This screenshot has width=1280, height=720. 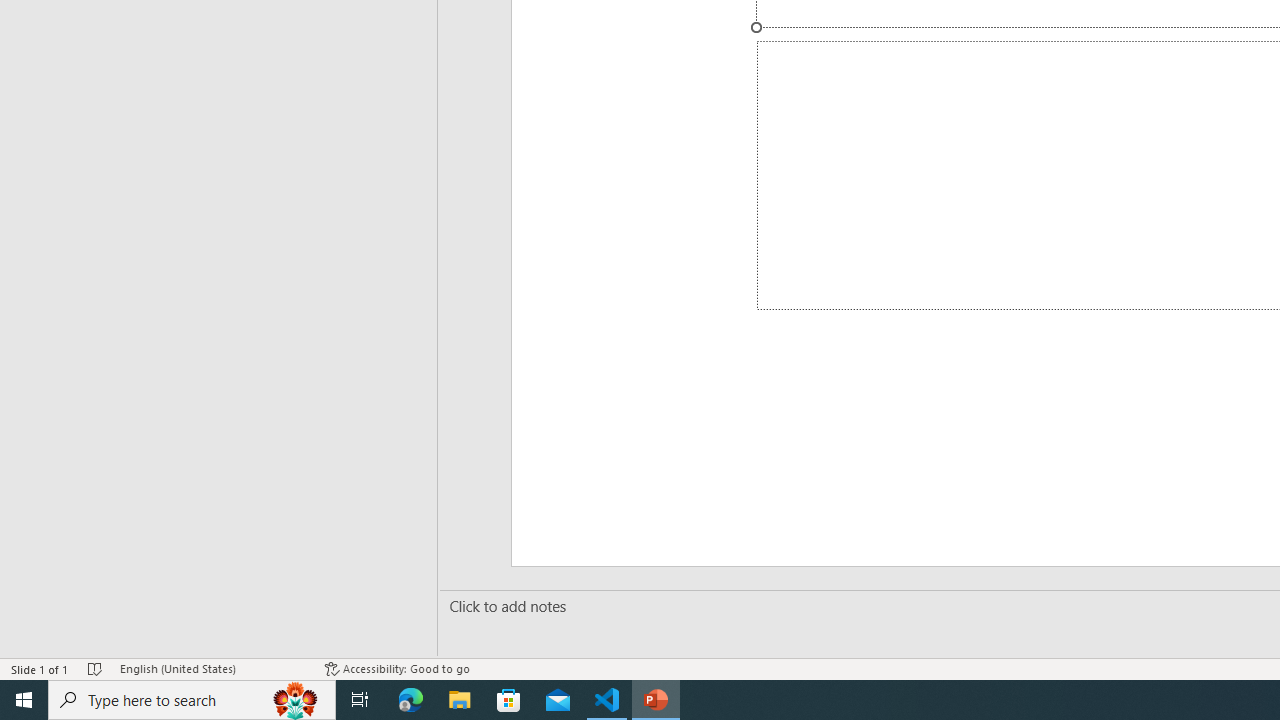 What do you see at coordinates (397, 669) in the screenshot?
I see `'Accessibility Checker Accessibility: Good to go'` at bounding box center [397, 669].